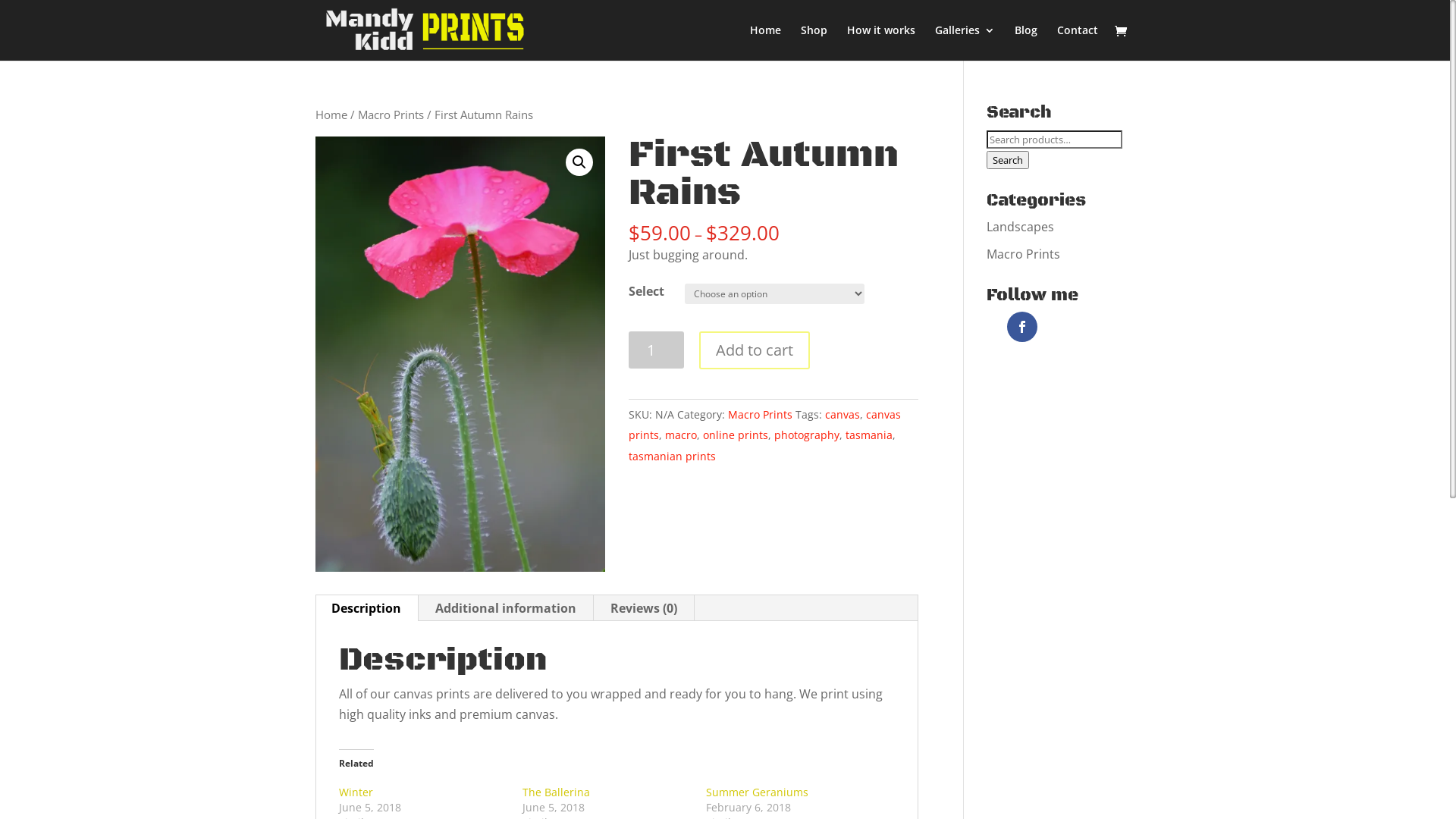 The height and width of the screenshot is (819, 1456). What do you see at coordinates (986, 227) in the screenshot?
I see `'Landscapes'` at bounding box center [986, 227].